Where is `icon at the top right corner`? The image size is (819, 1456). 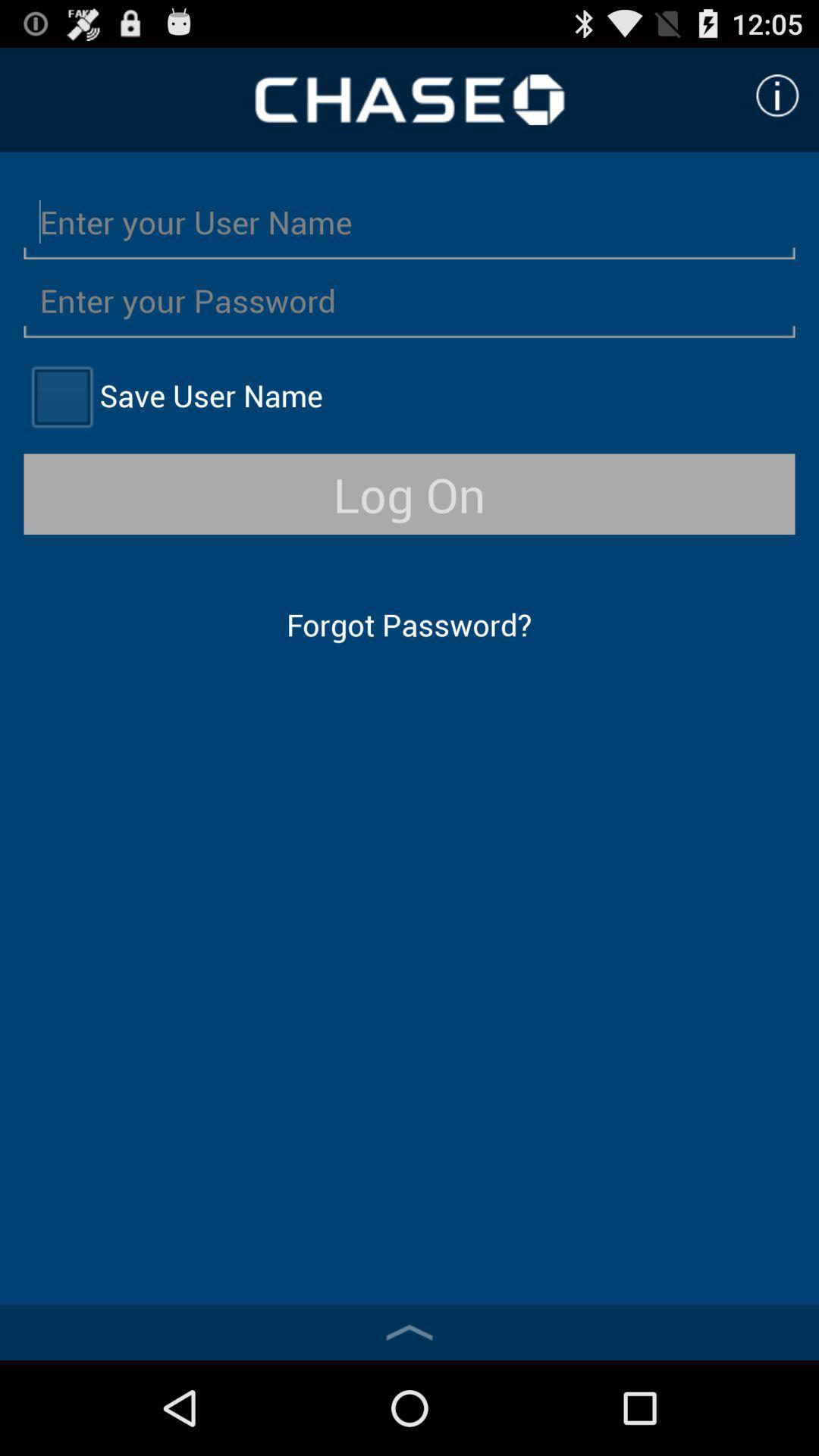
icon at the top right corner is located at coordinates (777, 95).